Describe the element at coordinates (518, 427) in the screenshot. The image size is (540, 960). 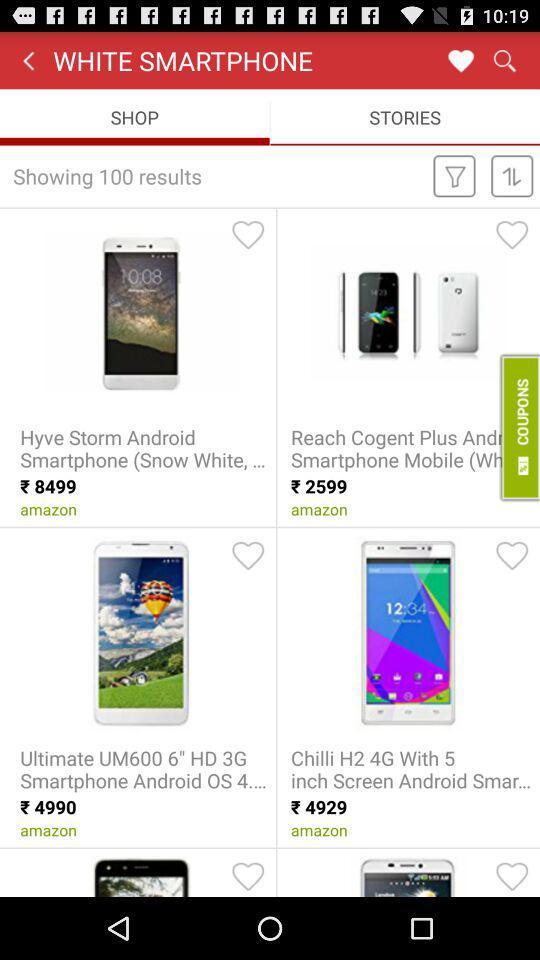
I see `coupons` at that location.